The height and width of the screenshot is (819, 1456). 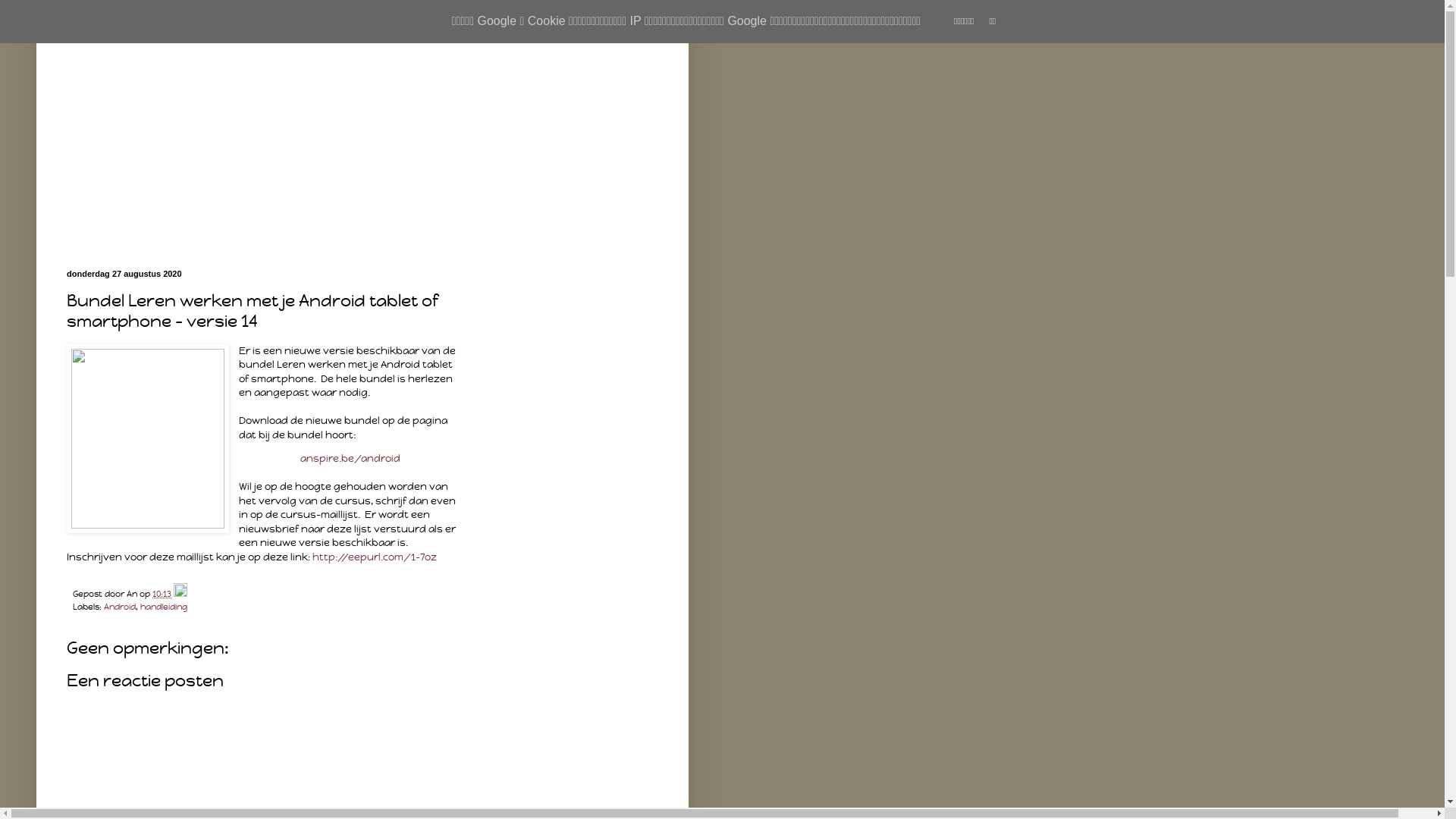 I want to click on 'anspire.be/android', so click(x=349, y=457).